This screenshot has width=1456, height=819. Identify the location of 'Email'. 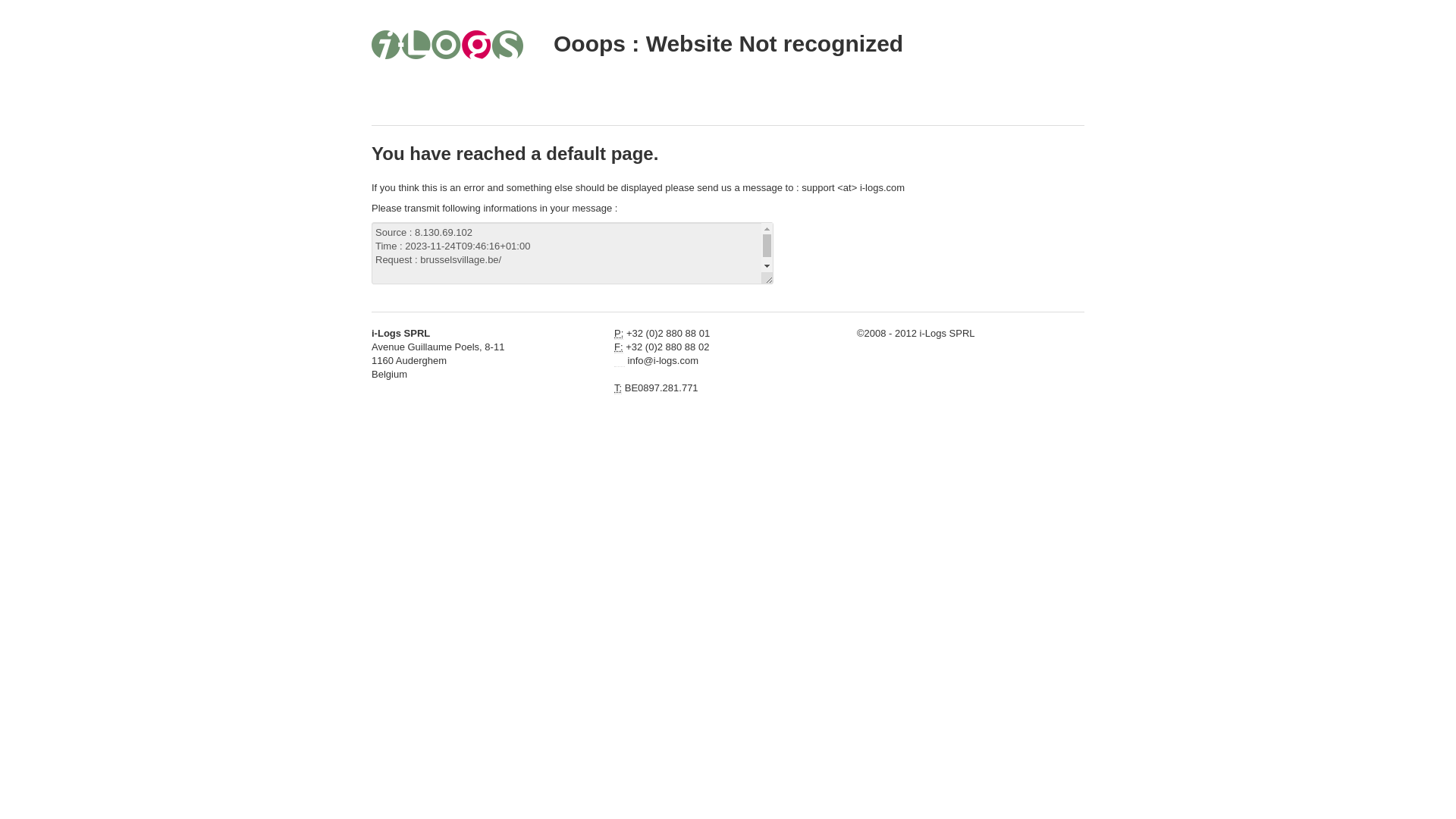
(619, 360).